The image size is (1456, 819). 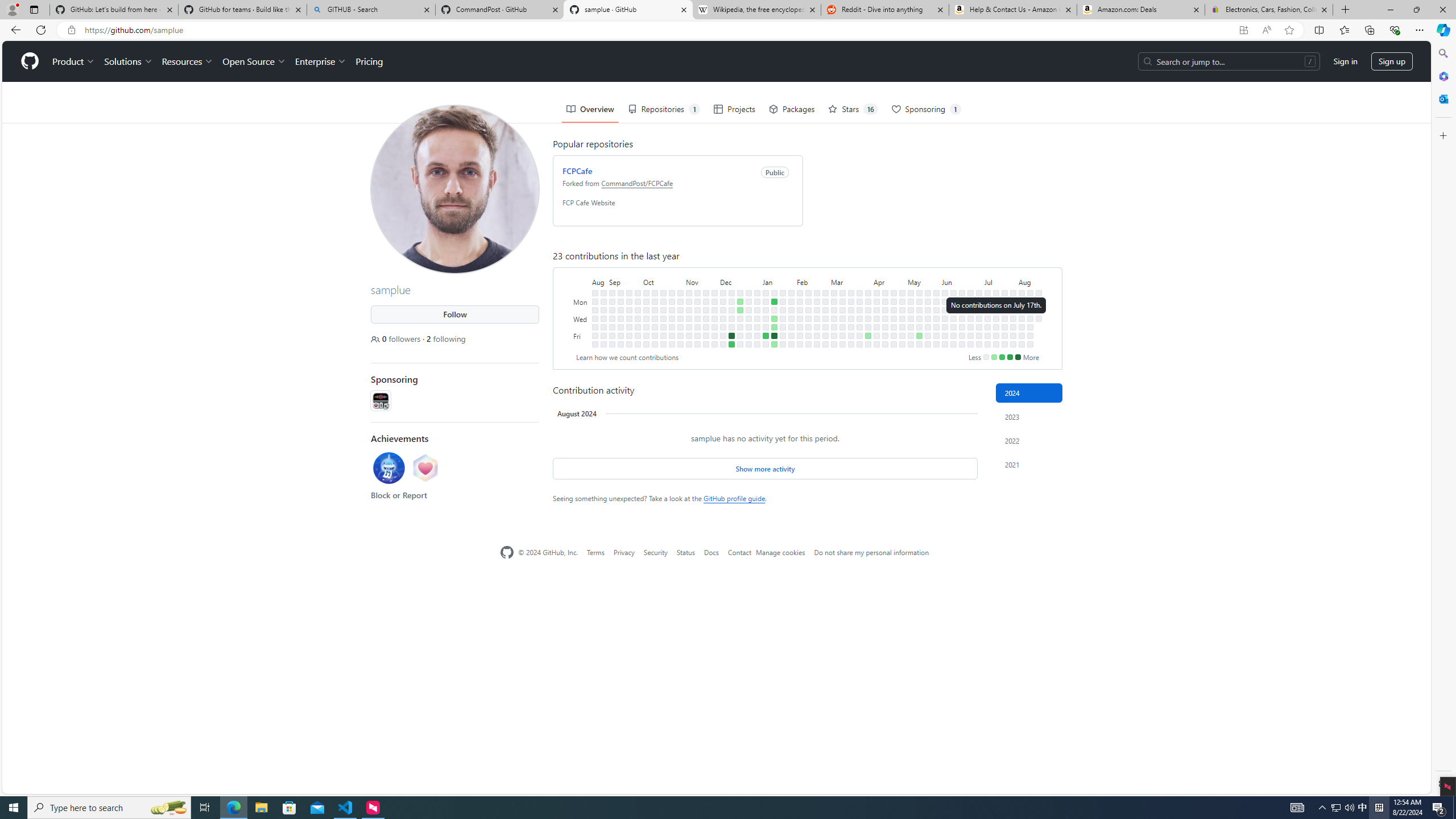 I want to click on 'No contributions on March 14th.', so click(x=842, y=326).